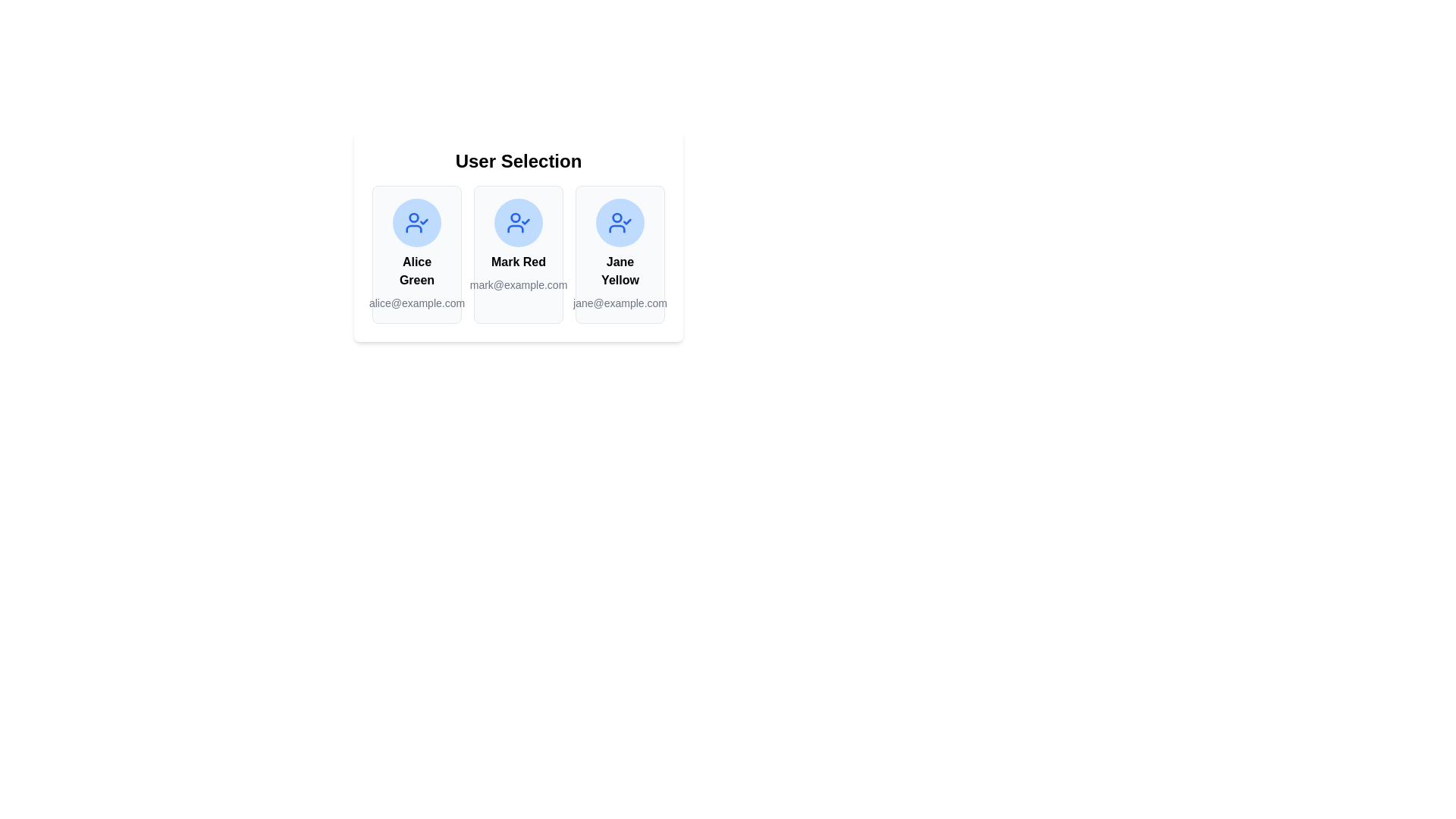  Describe the element at coordinates (417, 303) in the screenshot. I see `the text label displaying the email address 'alice@example.com', which is located beneath the name 'Alice Green' in the leftmost card of a three-card layout` at that location.